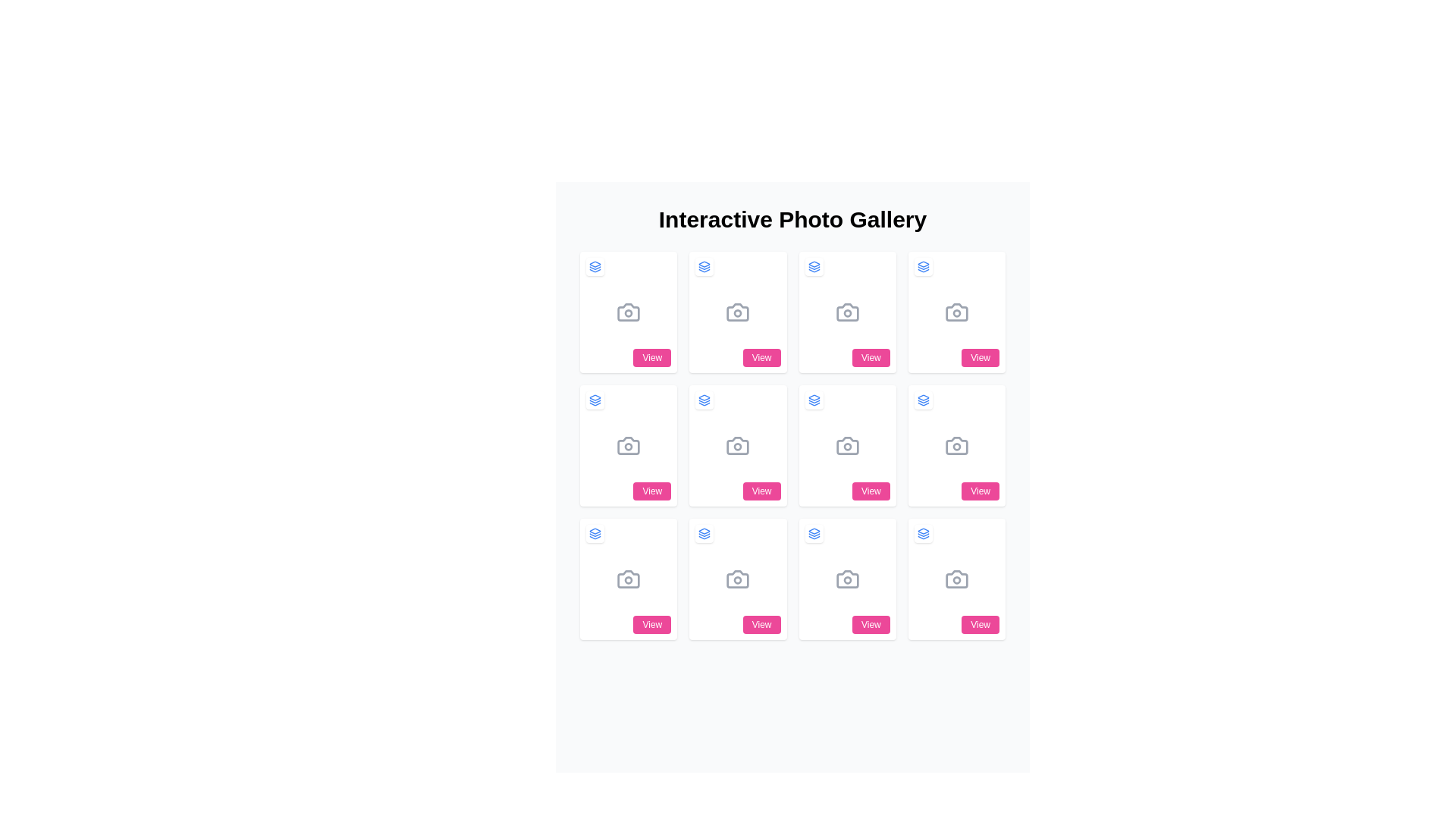 The image size is (1456, 819). Describe the element at coordinates (813, 400) in the screenshot. I see `the blue stacked layers icon located at the top-left corner of the card layout` at that location.